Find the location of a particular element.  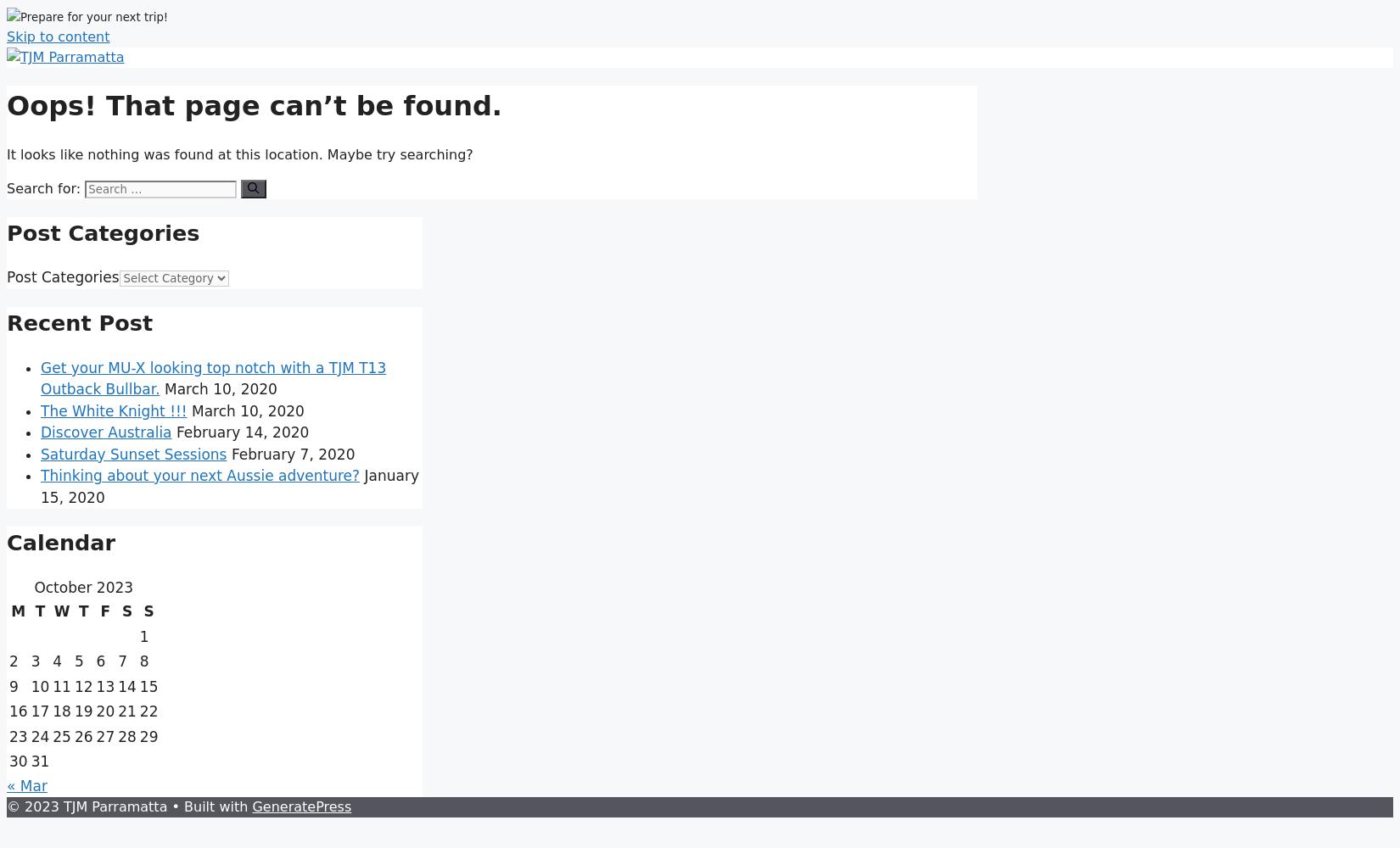

'4' is located at coordinates (57, 661).